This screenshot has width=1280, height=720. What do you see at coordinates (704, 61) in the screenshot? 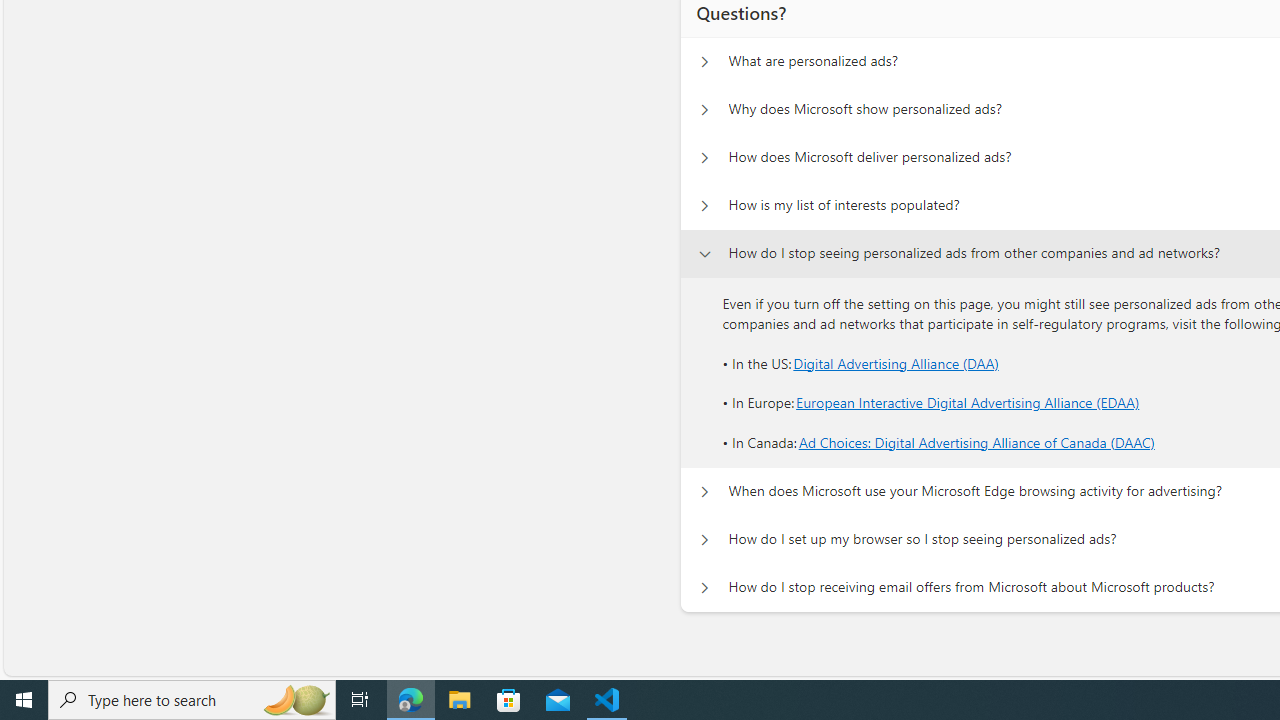
I see `'Questions? What are personalized ads?'` at bounding box center [704, 61].